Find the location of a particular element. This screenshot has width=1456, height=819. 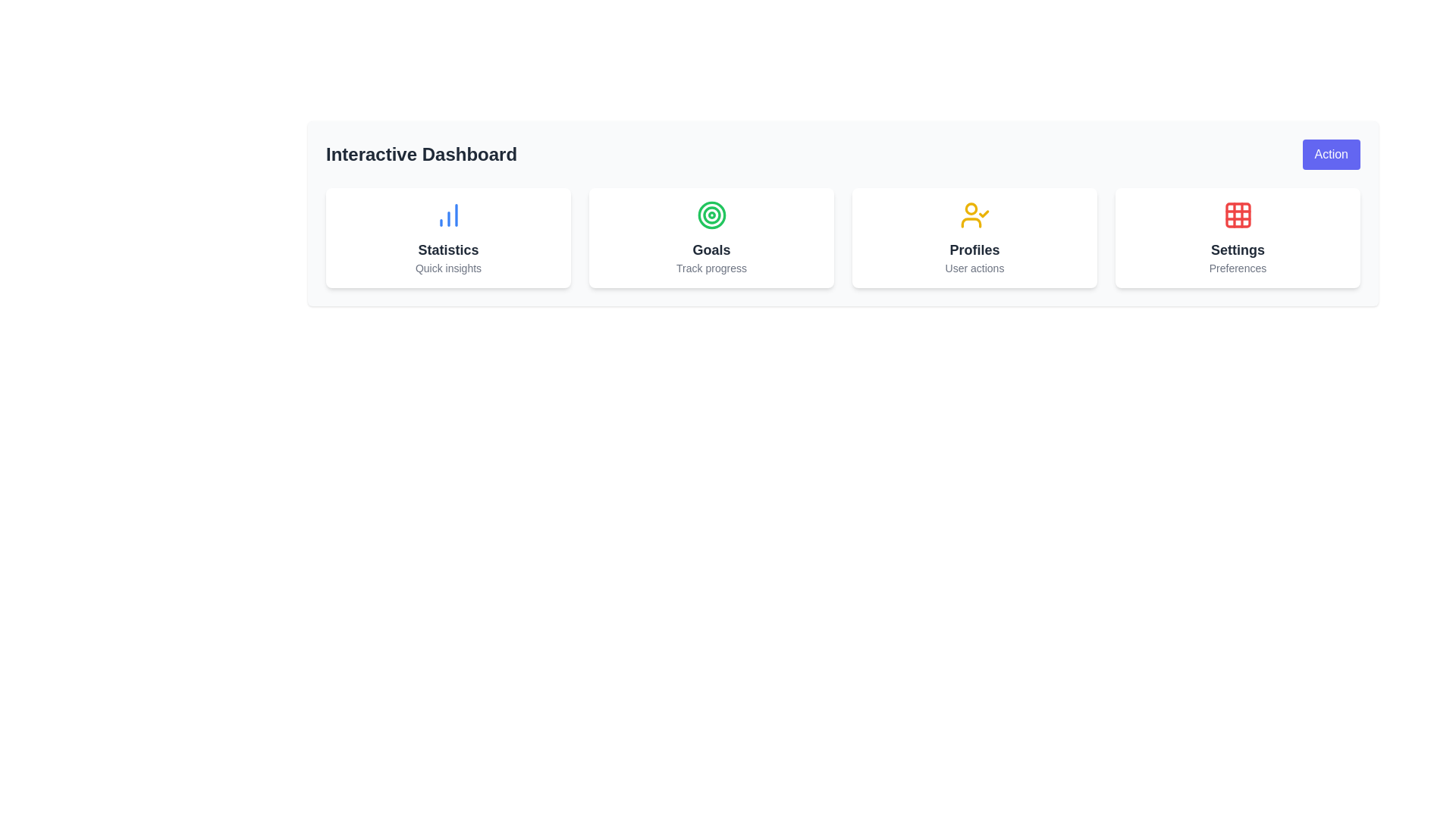

the central circular component of the user profile icon located in the third column of the dashboard below the 'Profiles' heading is located at coordinates (971, 209).